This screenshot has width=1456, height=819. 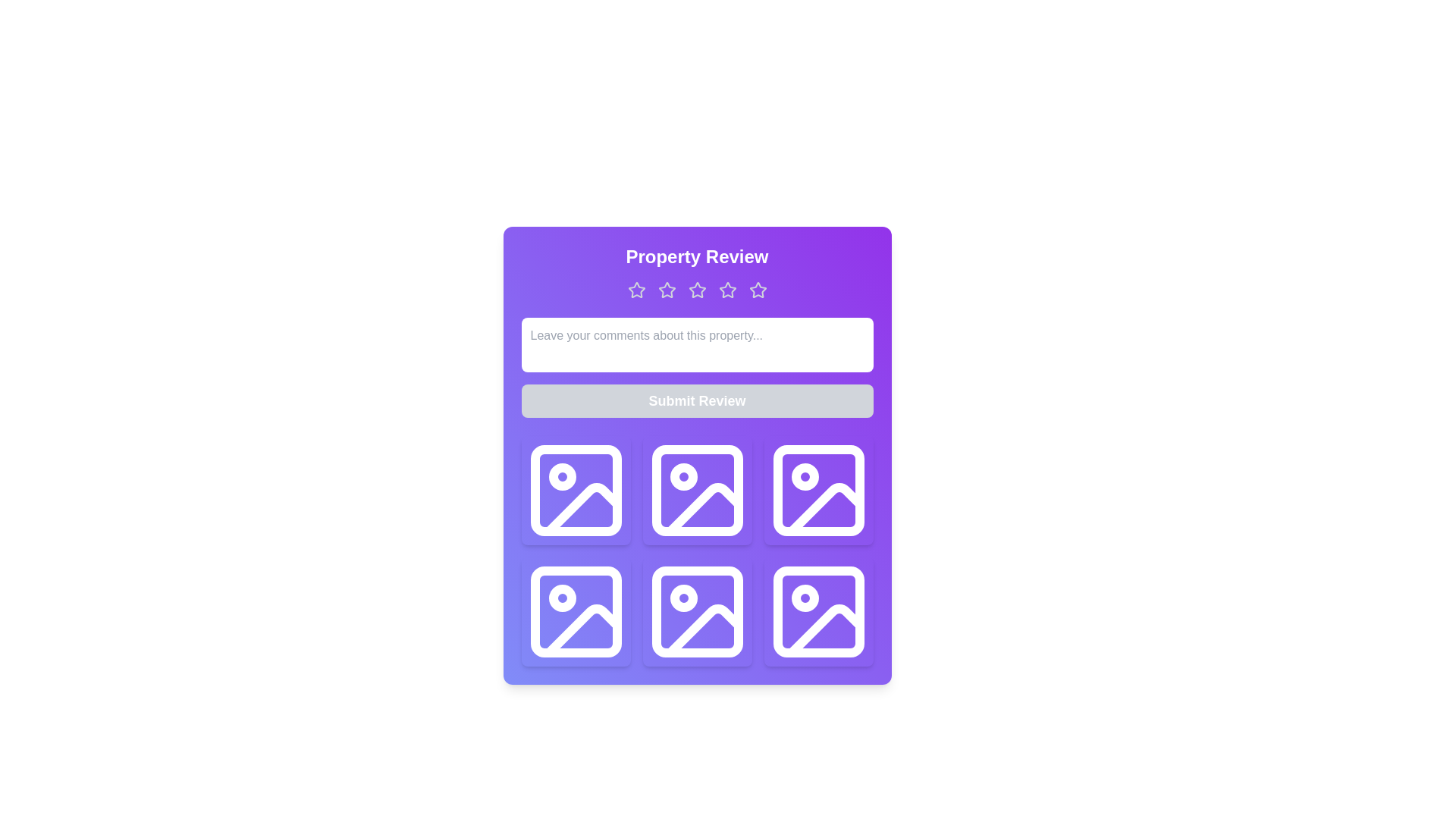 I want to click on the rating to 4 stars by clicking on the corresponding star, so click(x=726, y=290).